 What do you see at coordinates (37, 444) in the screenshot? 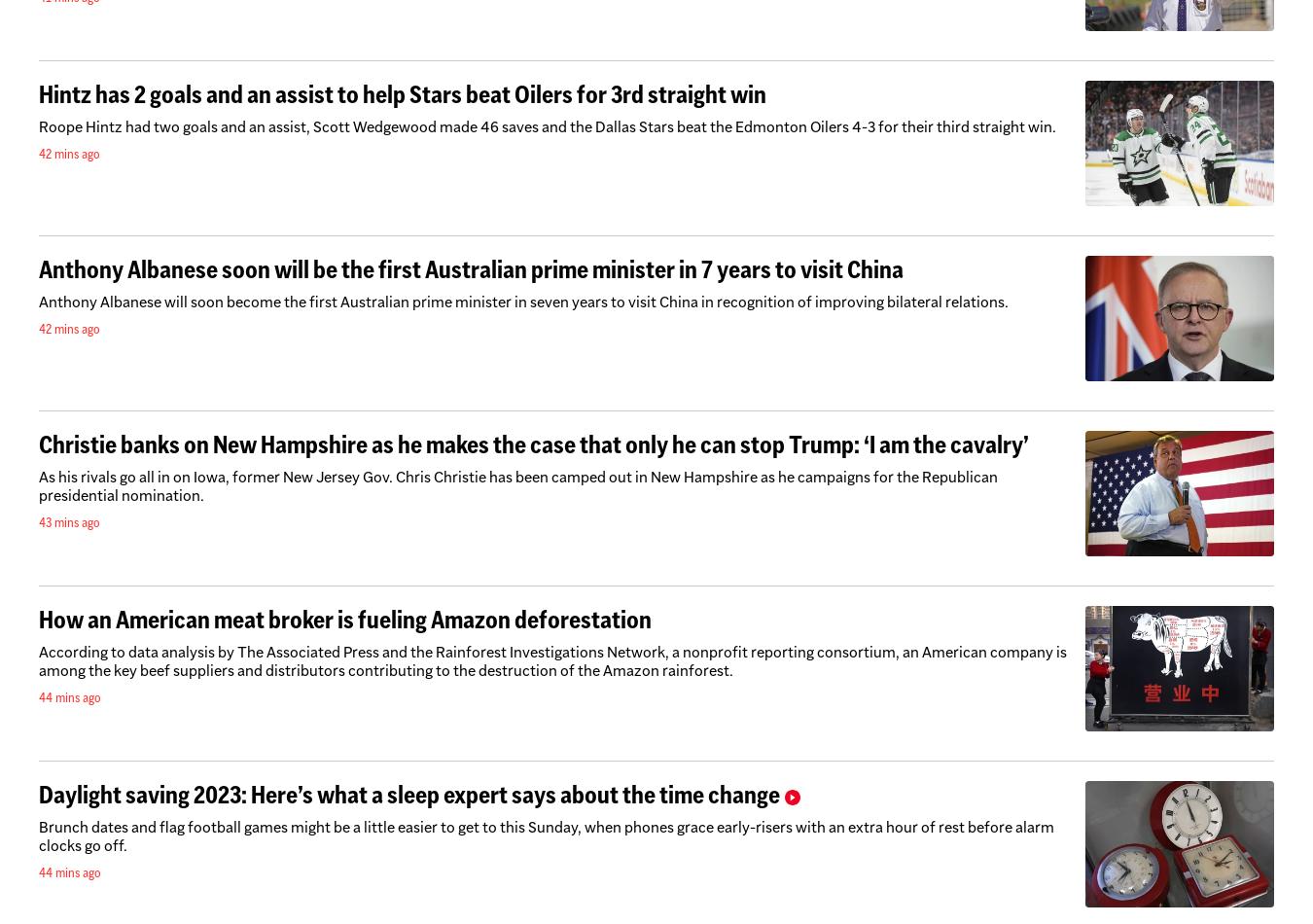
I see `'Christie banks on New Hampshire as he makes the case that only he can stop Trump: ‘I am the cavalry’'` at bounding box center [37, 444].